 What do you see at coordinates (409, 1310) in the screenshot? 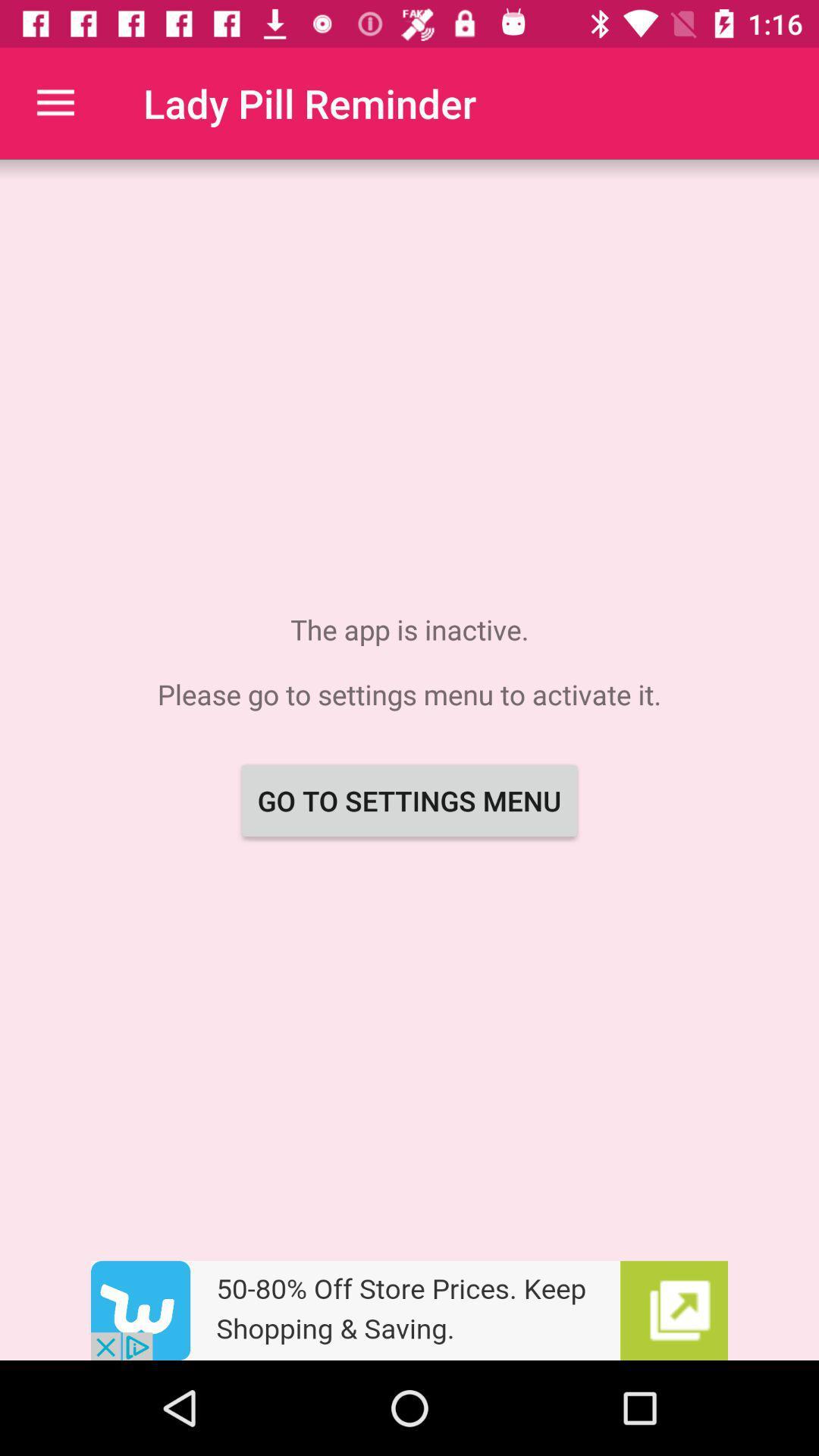
I see `advertisement` at bounding box center [409, 1310].